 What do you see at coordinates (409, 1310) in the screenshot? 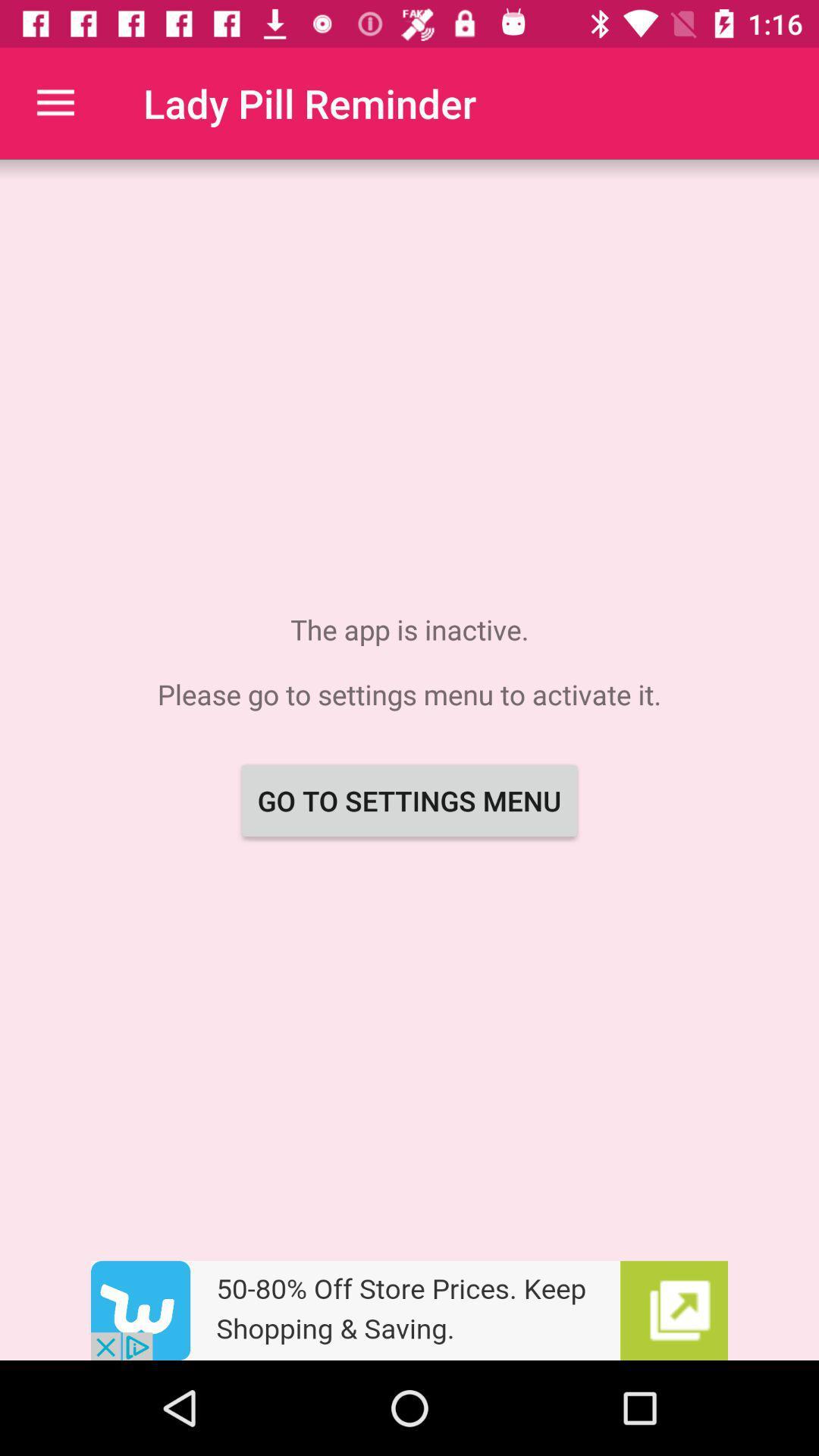
I see `advertisement` at bounding box center [409, 1310].